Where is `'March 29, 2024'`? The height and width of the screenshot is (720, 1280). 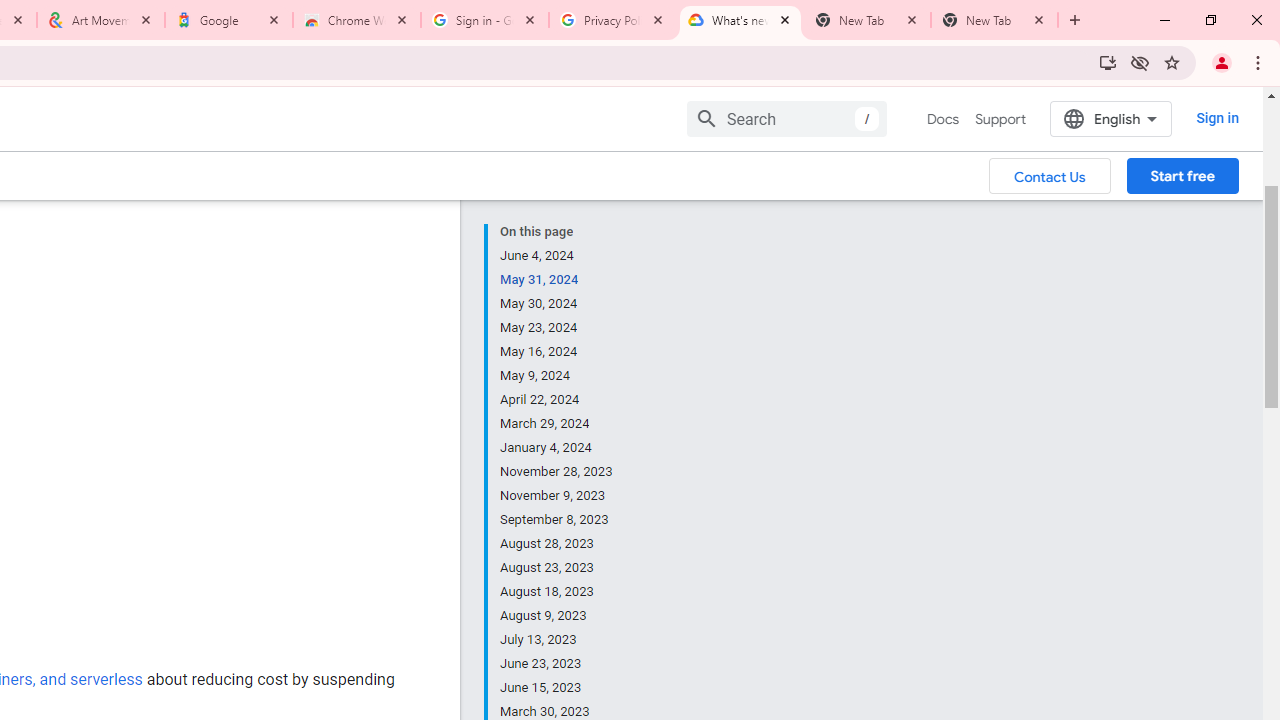
'March 29, 2024' is located at coordinates (557, 423).